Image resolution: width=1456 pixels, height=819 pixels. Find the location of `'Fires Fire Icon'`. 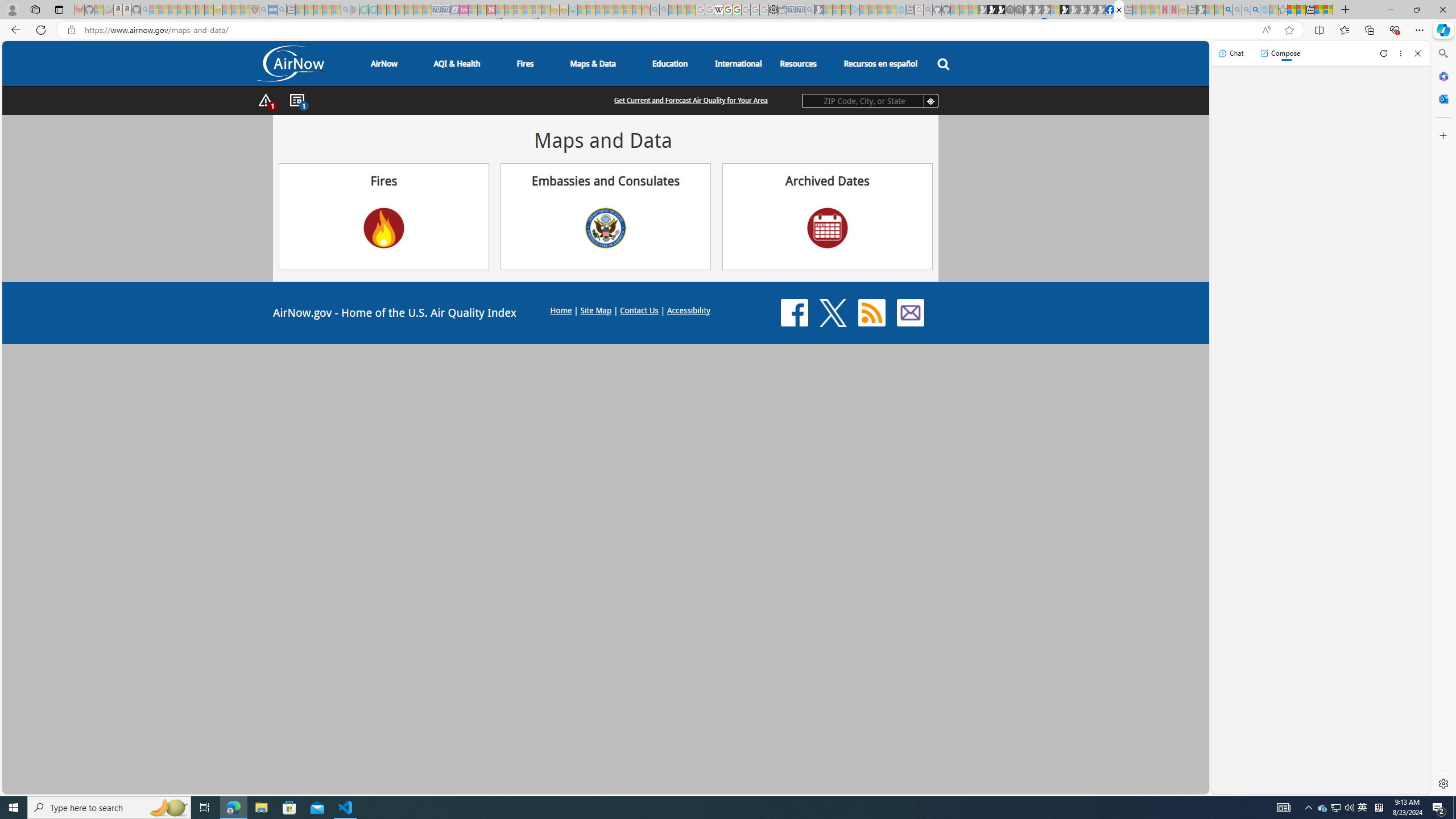

'Fires Fire Icon' is located at coordinates (383, 216).